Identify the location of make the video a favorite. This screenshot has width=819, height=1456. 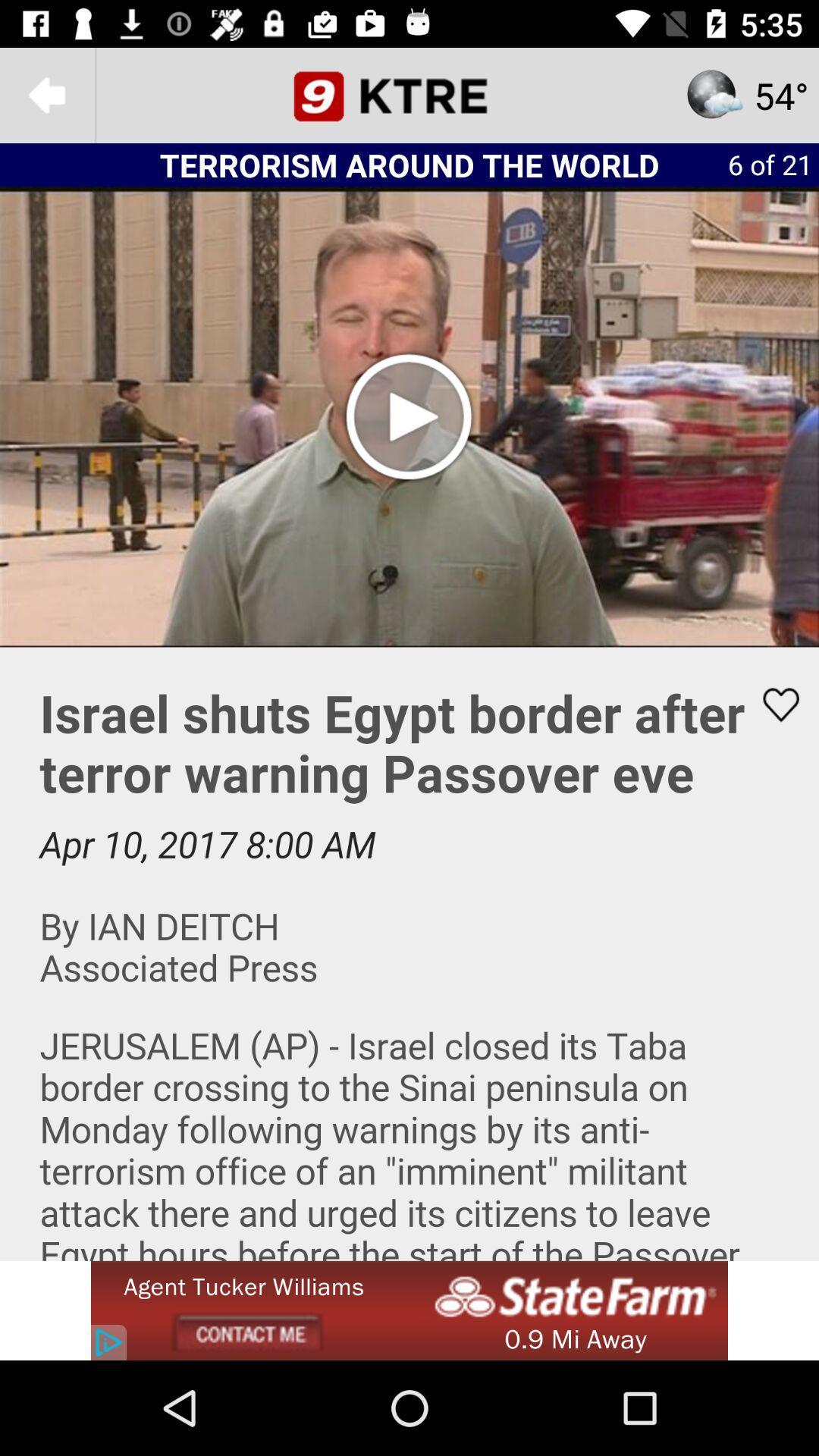
(771, 704).